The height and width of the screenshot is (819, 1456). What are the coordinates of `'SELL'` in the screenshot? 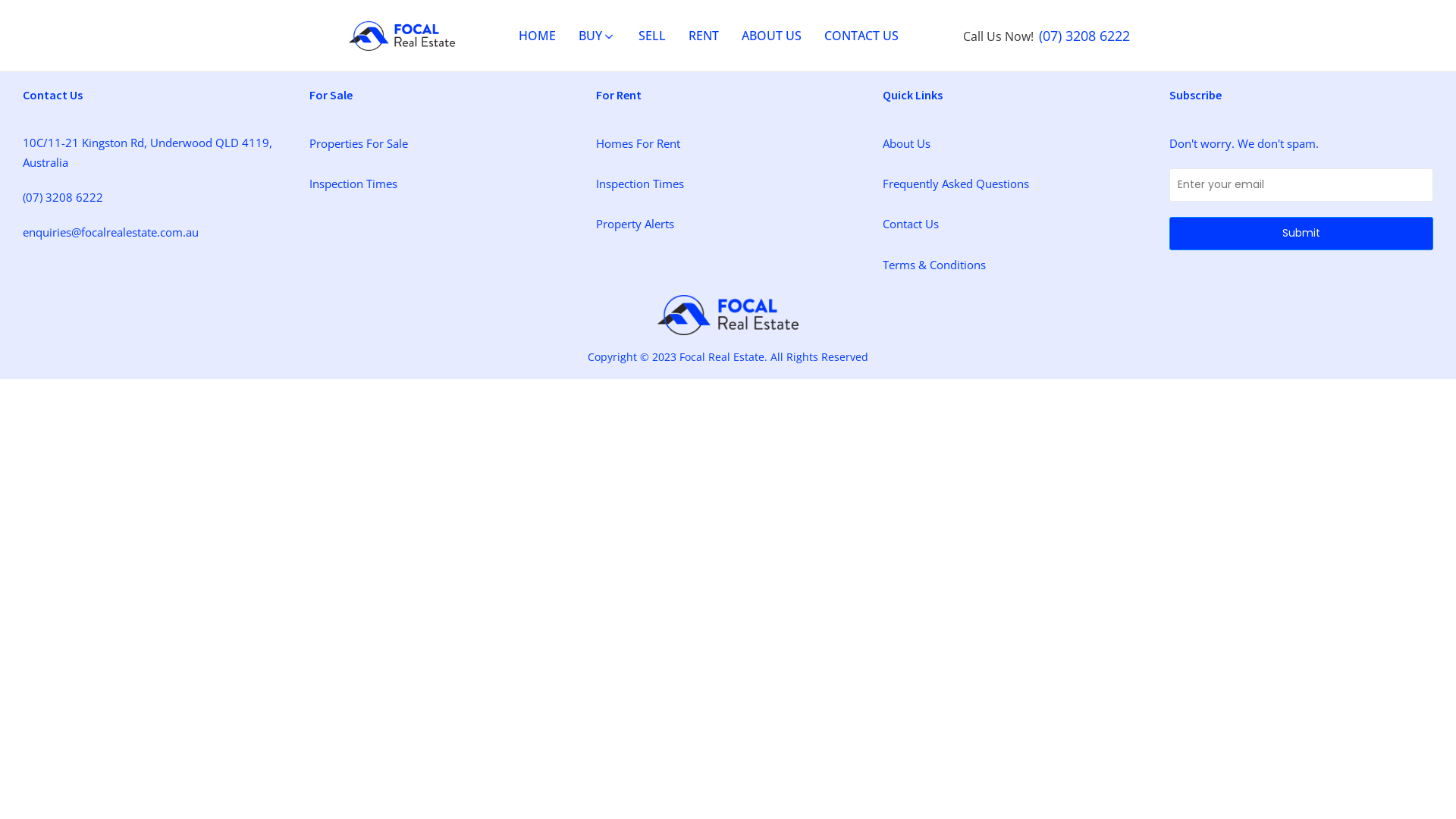 It's located at (651, 35).